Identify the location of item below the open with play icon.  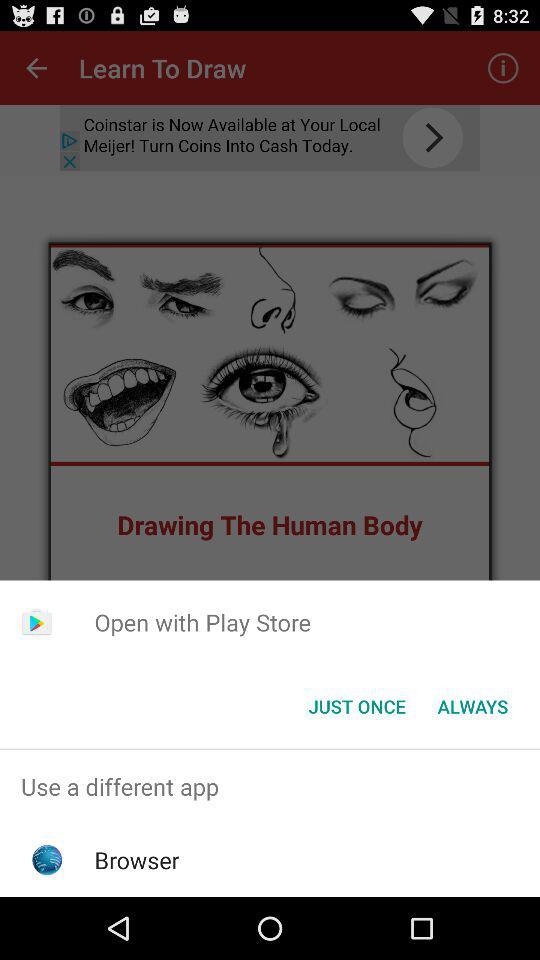
(356, 706).